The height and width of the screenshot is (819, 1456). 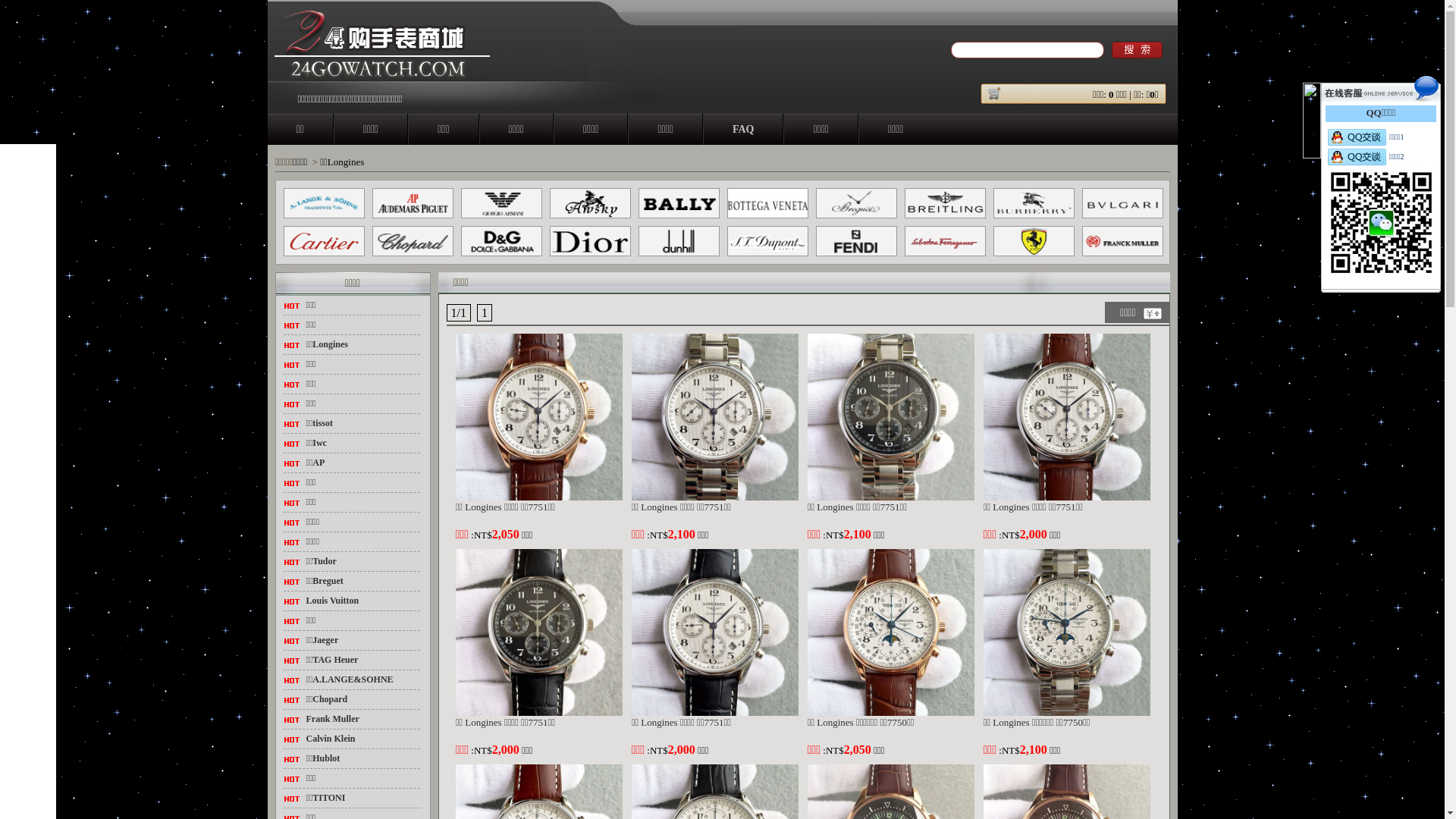 What do you see at coordinates (331, 718) in the screenshot?
I see `'Frank Muller'` at bounding box center [331, 718].